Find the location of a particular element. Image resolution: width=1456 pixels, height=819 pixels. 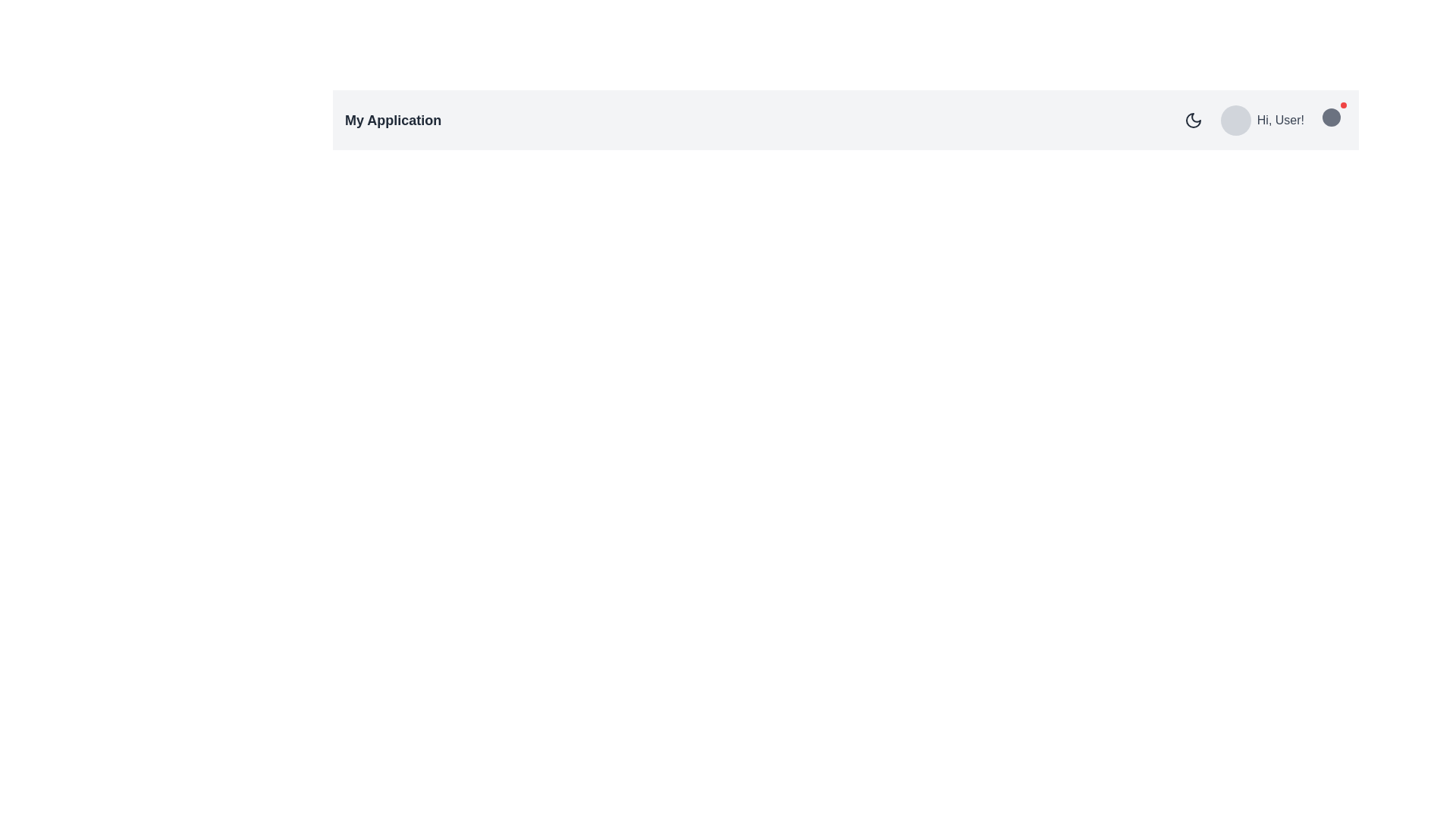

the Circular Indicator or Decorative Element located at the top-right side of the interface, adjacent to the user avatar and greeting text is located at coordinates (1331, 116).